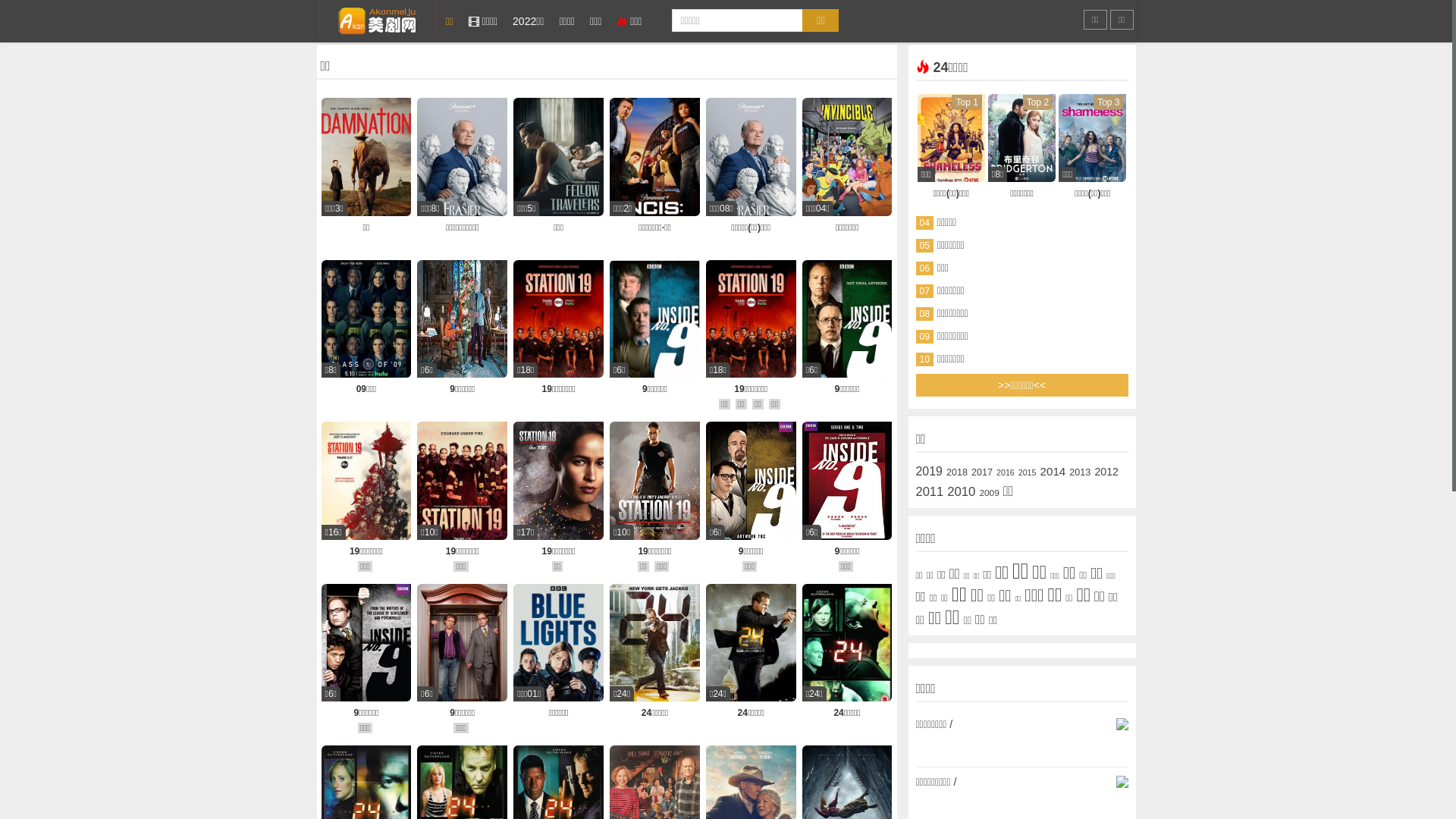 This screenshot has width=1456, height=819. What do you see at coordinates (989, 493) in the screenshot?
I see `'2009'` at bounding box center [989, 493].